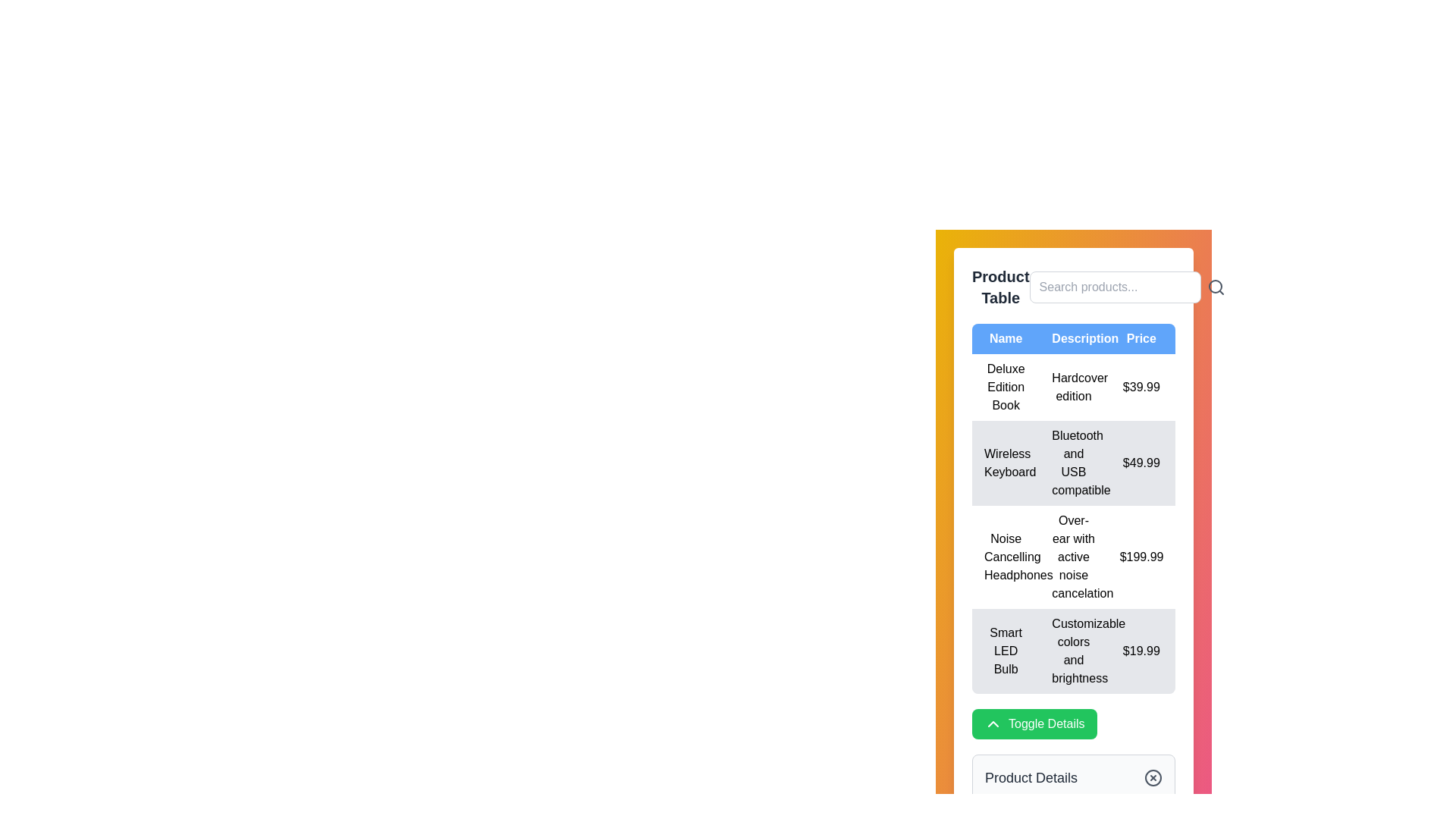 The image size is (1456, 819). I want to click on the Text label that indicates the format information for the hardcover edition of the Deluxe Edition Book, located in the 'Description' column of the table, so click(1073, 386).